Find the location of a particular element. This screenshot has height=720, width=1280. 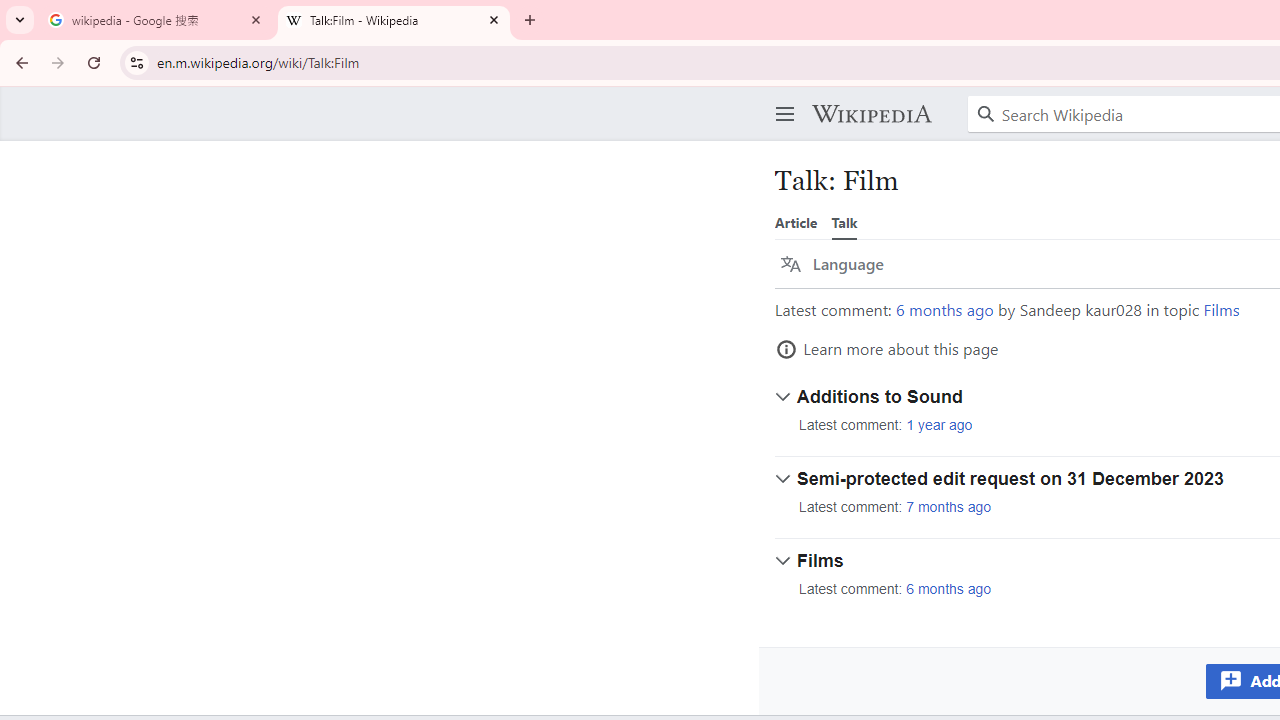

'Films' is located at coordinates (1220, 309).